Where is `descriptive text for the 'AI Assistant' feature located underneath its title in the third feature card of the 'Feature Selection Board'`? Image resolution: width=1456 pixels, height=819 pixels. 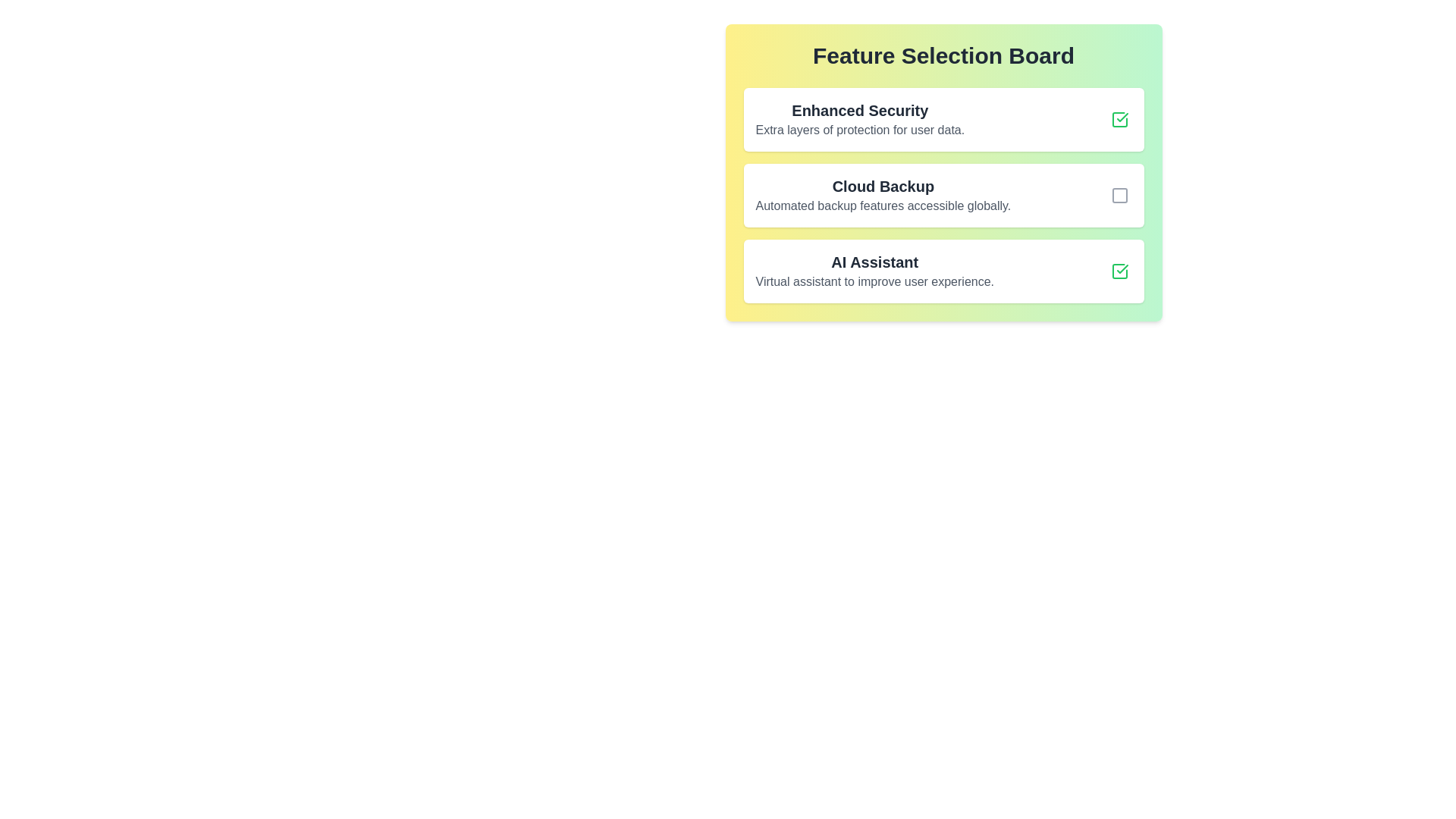
descriptive text for the 'AI Assistant' feature located underneath its title in the third feature card of the 'Feature Selection Board' is located at coordinates (874, 281).